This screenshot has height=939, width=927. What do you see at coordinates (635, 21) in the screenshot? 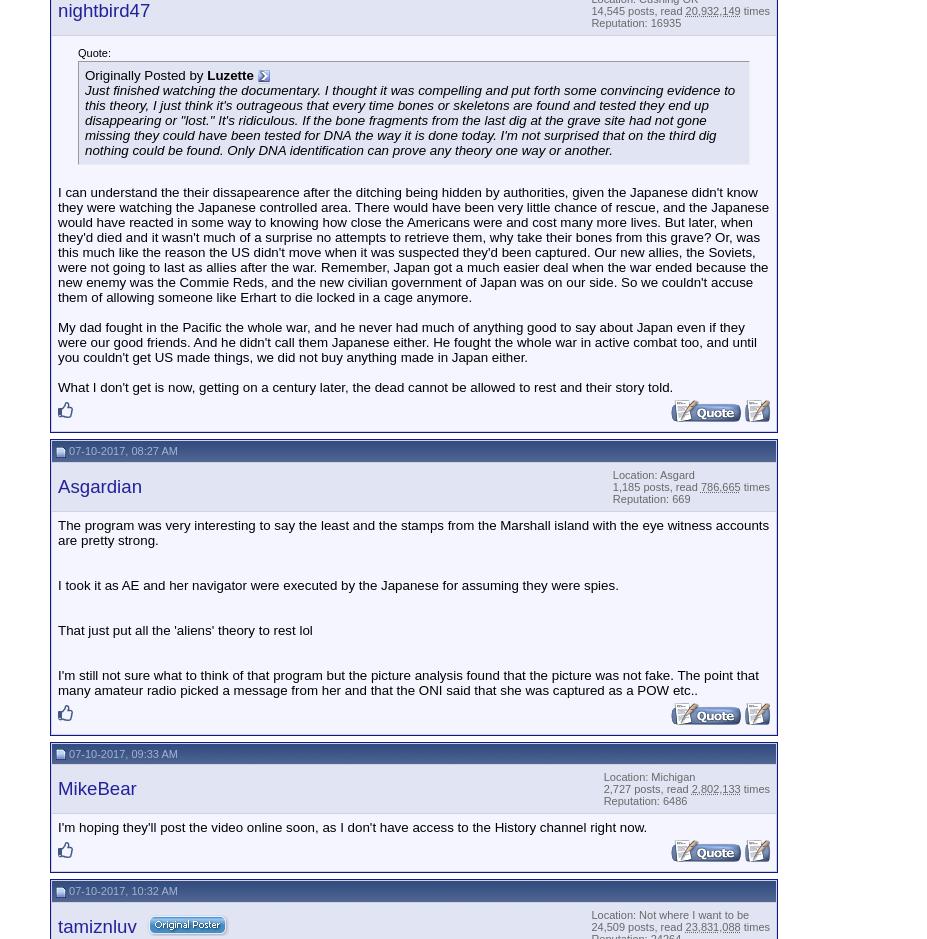
I see `'Reputation: 16935'` at bounding box center [635, 21].